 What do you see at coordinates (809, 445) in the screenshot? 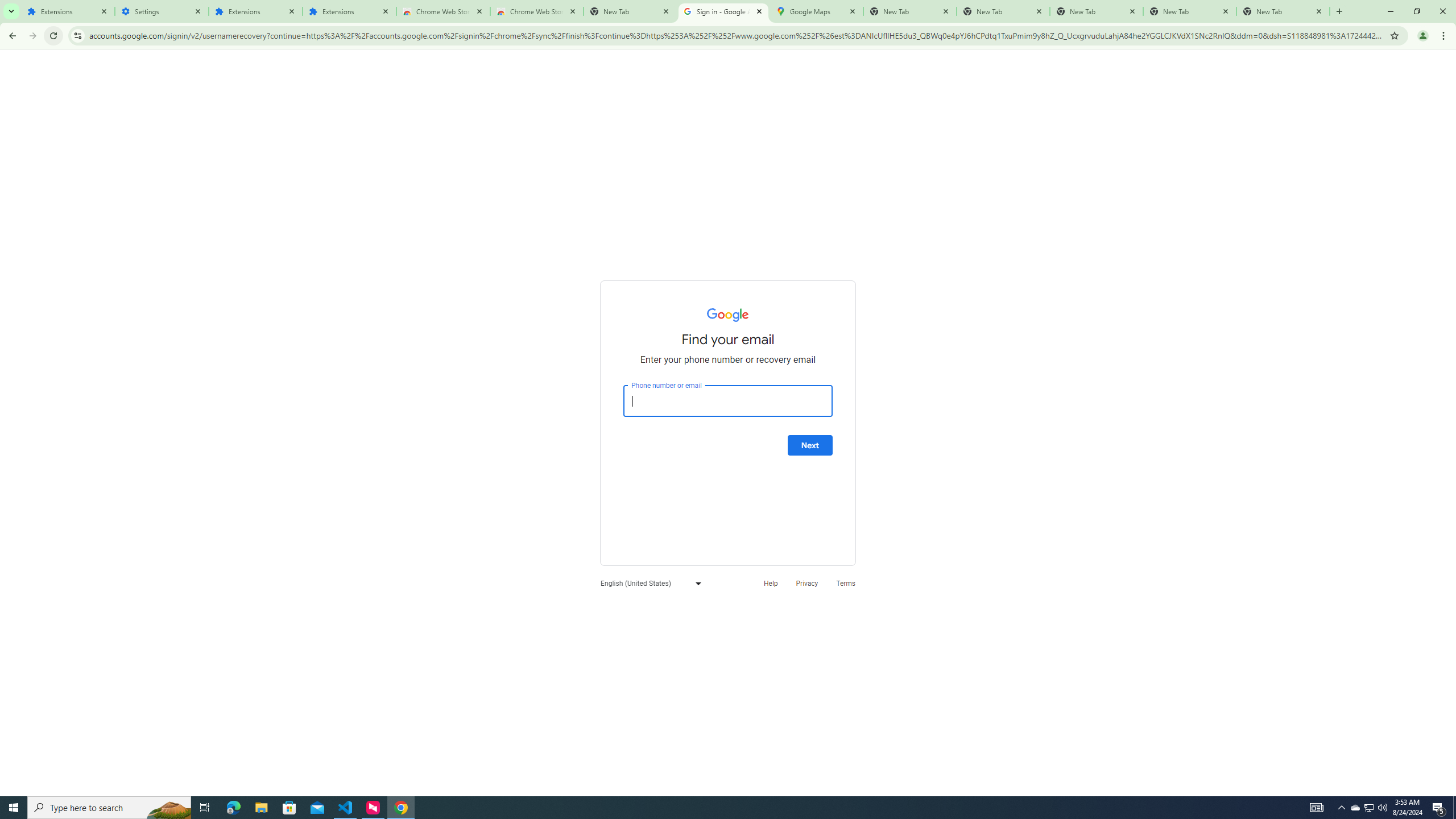
I see `'Next'` at bounding box center [809, 445].